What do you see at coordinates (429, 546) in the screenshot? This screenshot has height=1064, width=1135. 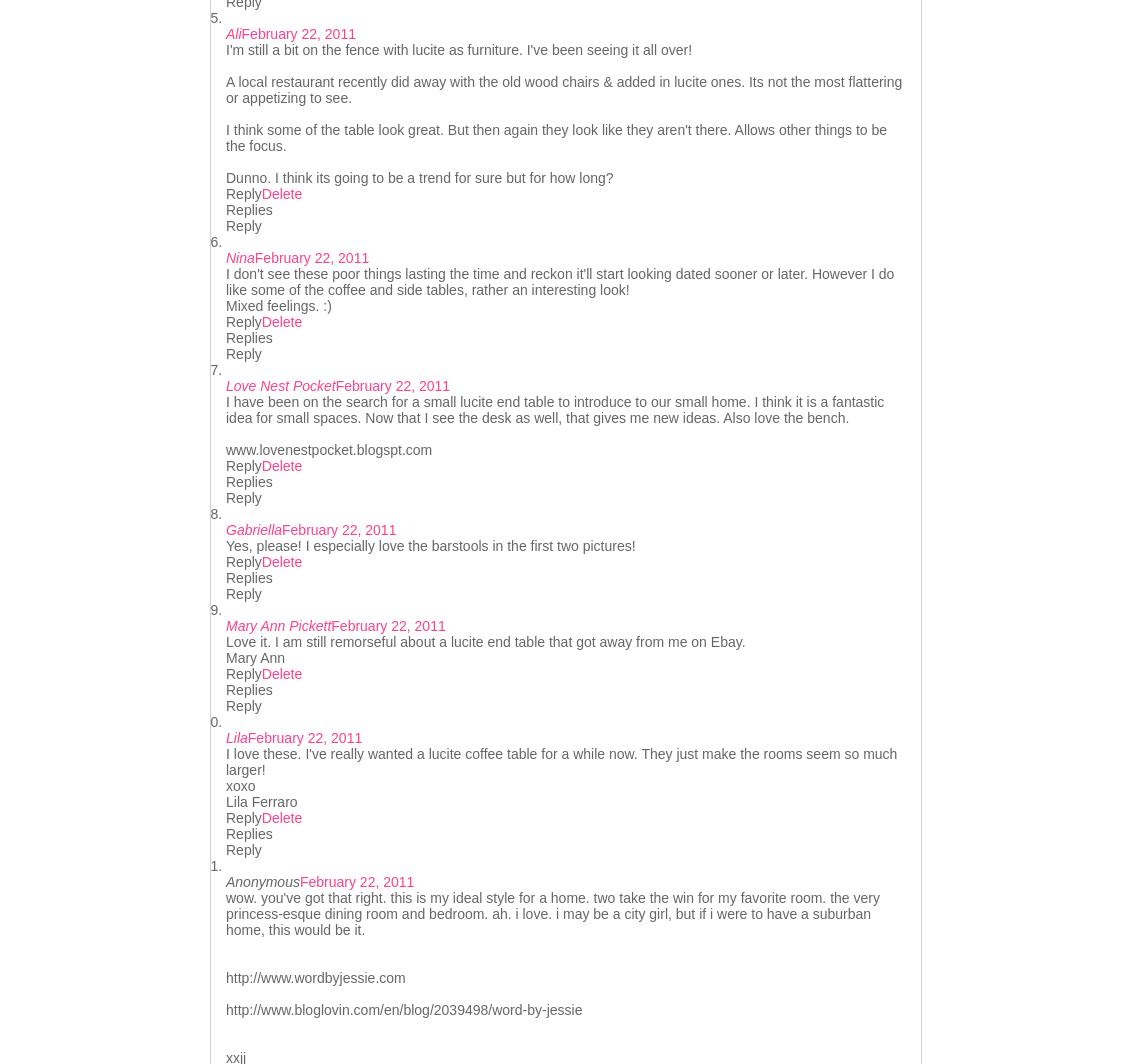 I see `'Yes, please! I especially love the barstools in the first two pictures!'` at bounding box center [429, 546].